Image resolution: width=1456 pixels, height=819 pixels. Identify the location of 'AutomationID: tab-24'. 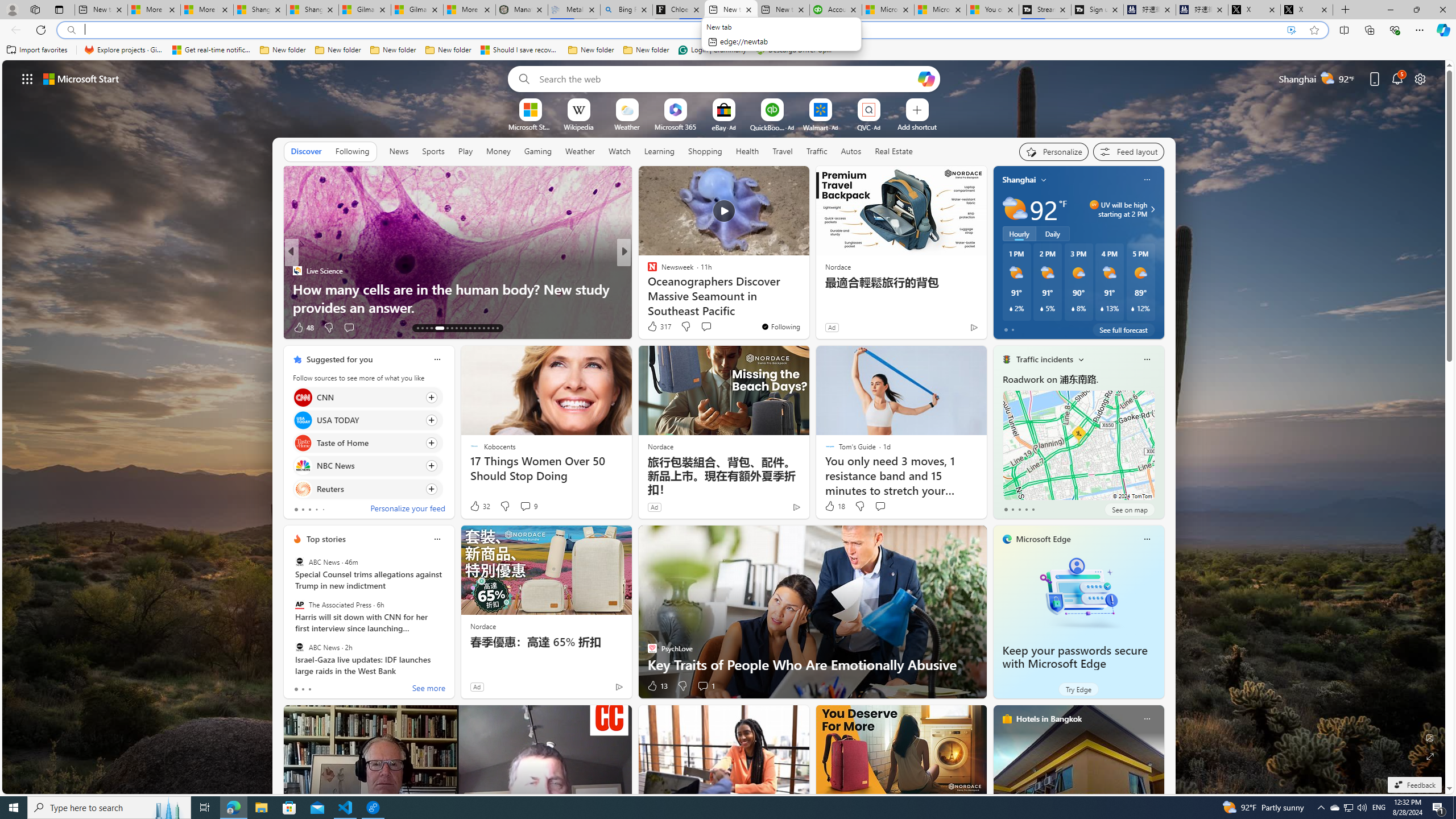
(474, 328).